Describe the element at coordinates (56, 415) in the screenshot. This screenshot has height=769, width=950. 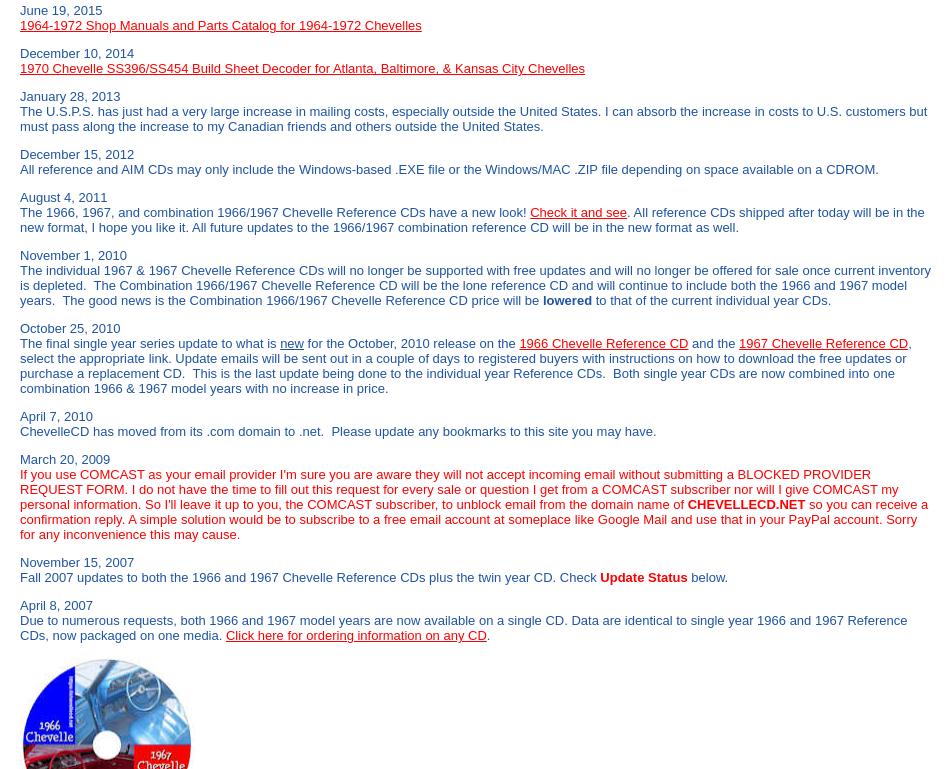
I see `'April 7, 2010'` at that location.